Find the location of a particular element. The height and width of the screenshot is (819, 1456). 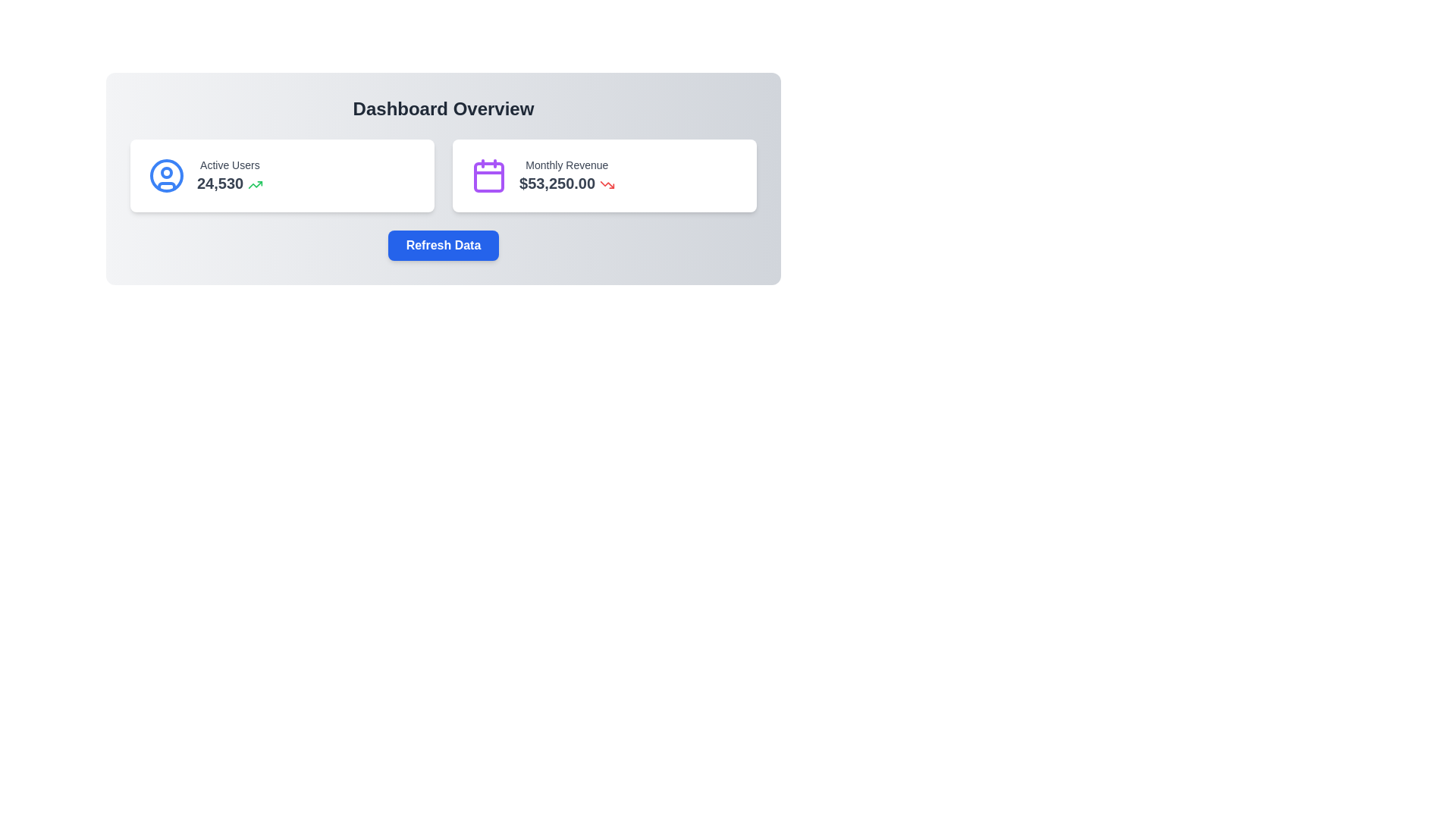

the static text label displaying the current monthly revenue located in the second card on the right side of the dashboard interface, under the 'Monthly Revenue' heading is located at coordinates (566, 183).